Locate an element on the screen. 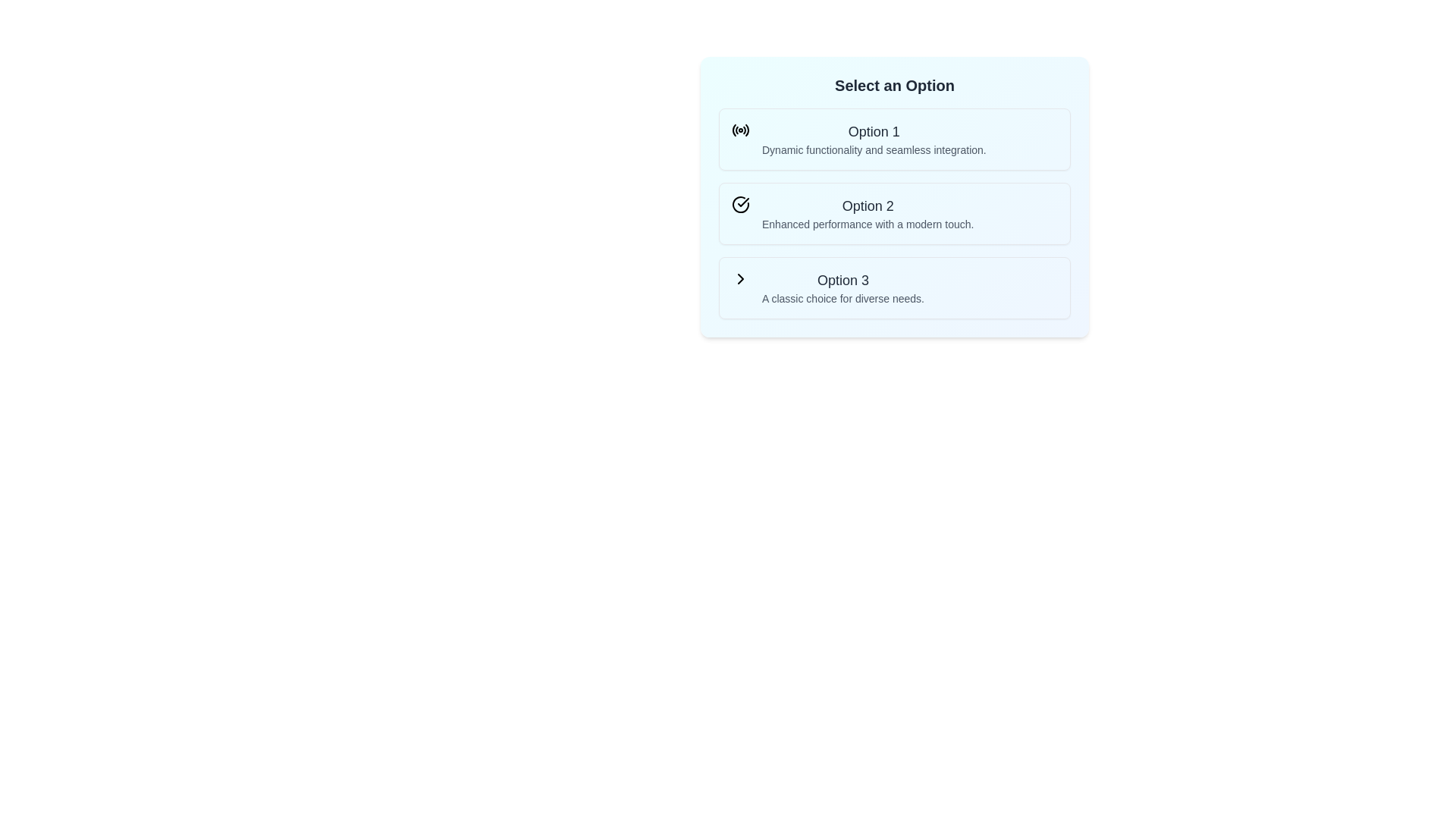  the static text label providing additional descriptive information about 'Option 3', which is located directly underneath the larger text 'Option 3' is located at coordinates (843, 298).